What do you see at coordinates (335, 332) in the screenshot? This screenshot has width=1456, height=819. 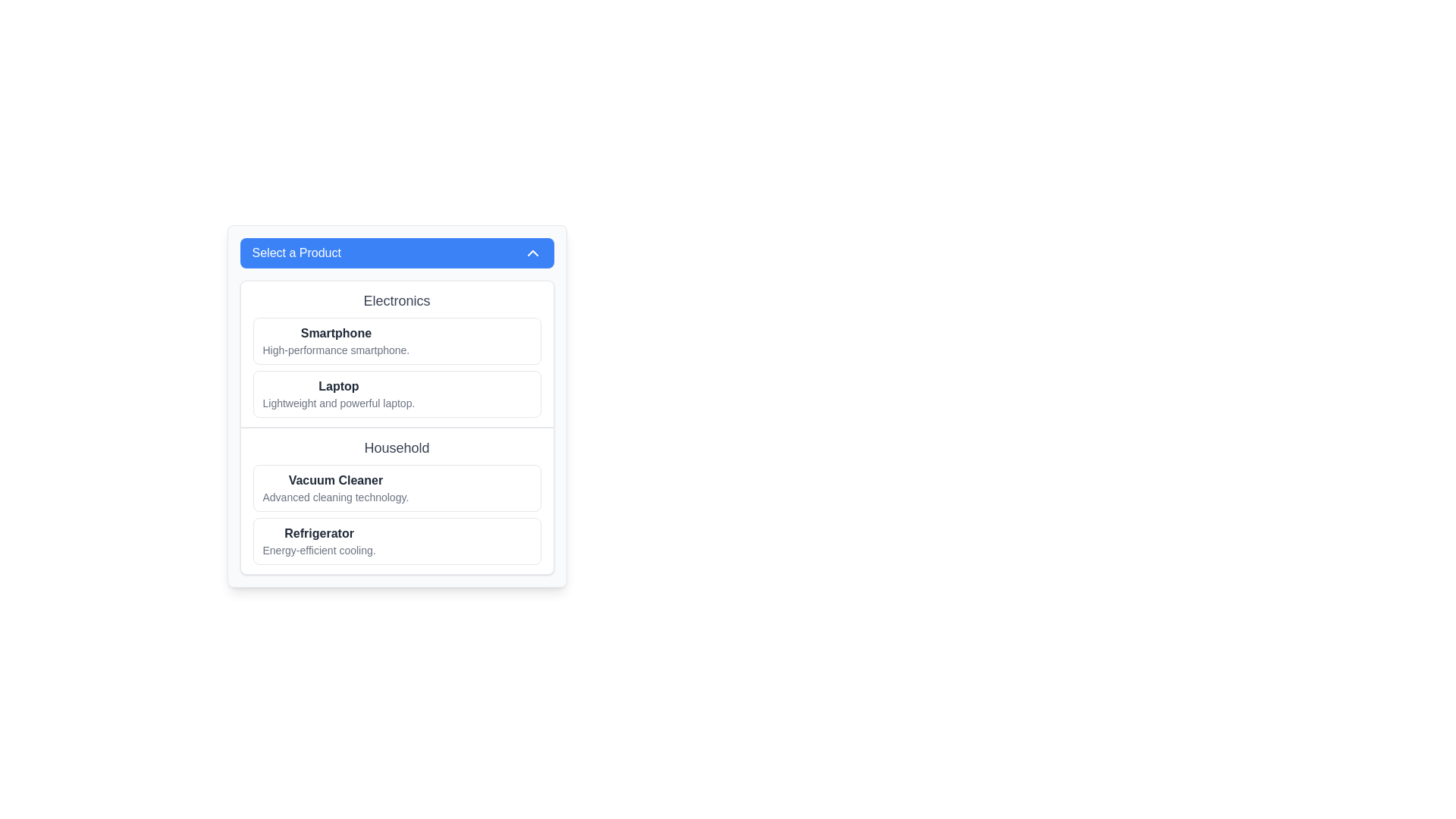 I see `the header label indicating the product category 'Smartphone', which is positioned above the descriptive text in the 'Electronics' section` at bounding box center [335, 332].